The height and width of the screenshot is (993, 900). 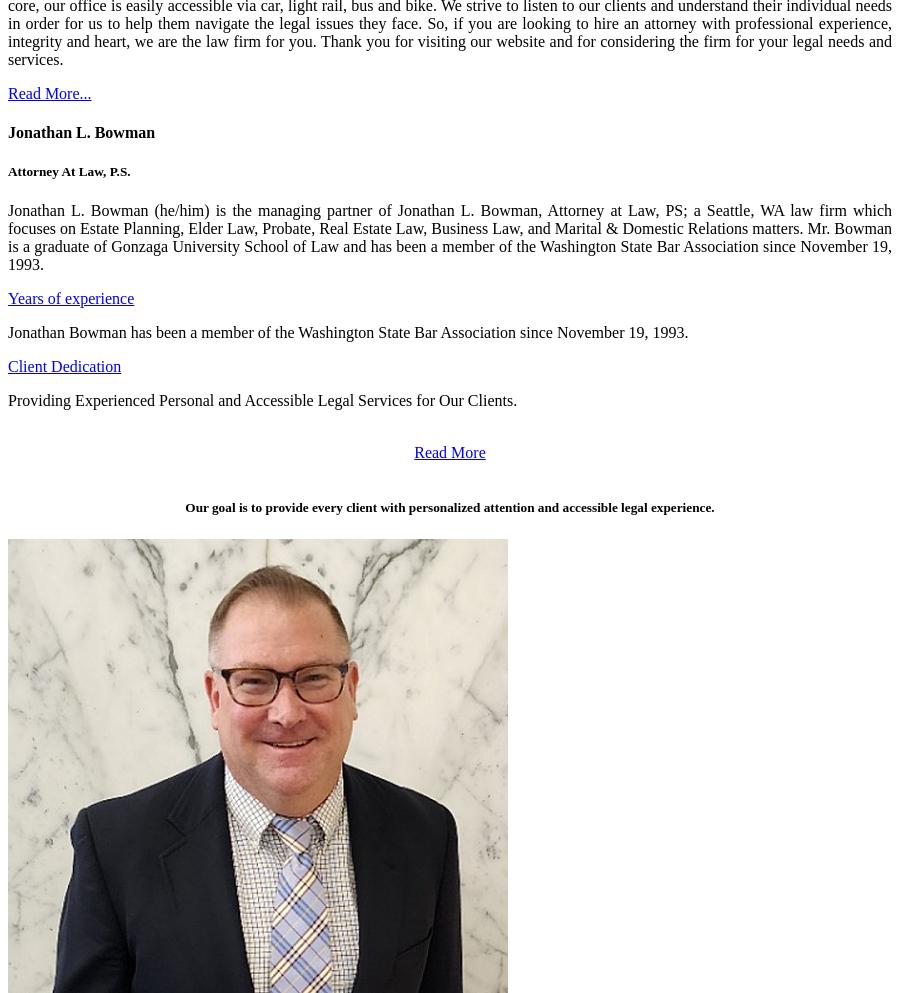 I want to click on 'Jonathan L. Bowman (he/him) is the managing partner of Jonathan L. Bowman, Attorney at Law, PS; a Seattle, WA law firm which focuses on Estate Planning, Elder Law, Probate, Real Estate Law, Business Law, and Marital & Domestic Relations matters. Mr. Bowman is a graduate of Gonzaga University School of Law and has been a member of the Washington State Bar Association since November 19, 1993.', so click(x=450, y=236).